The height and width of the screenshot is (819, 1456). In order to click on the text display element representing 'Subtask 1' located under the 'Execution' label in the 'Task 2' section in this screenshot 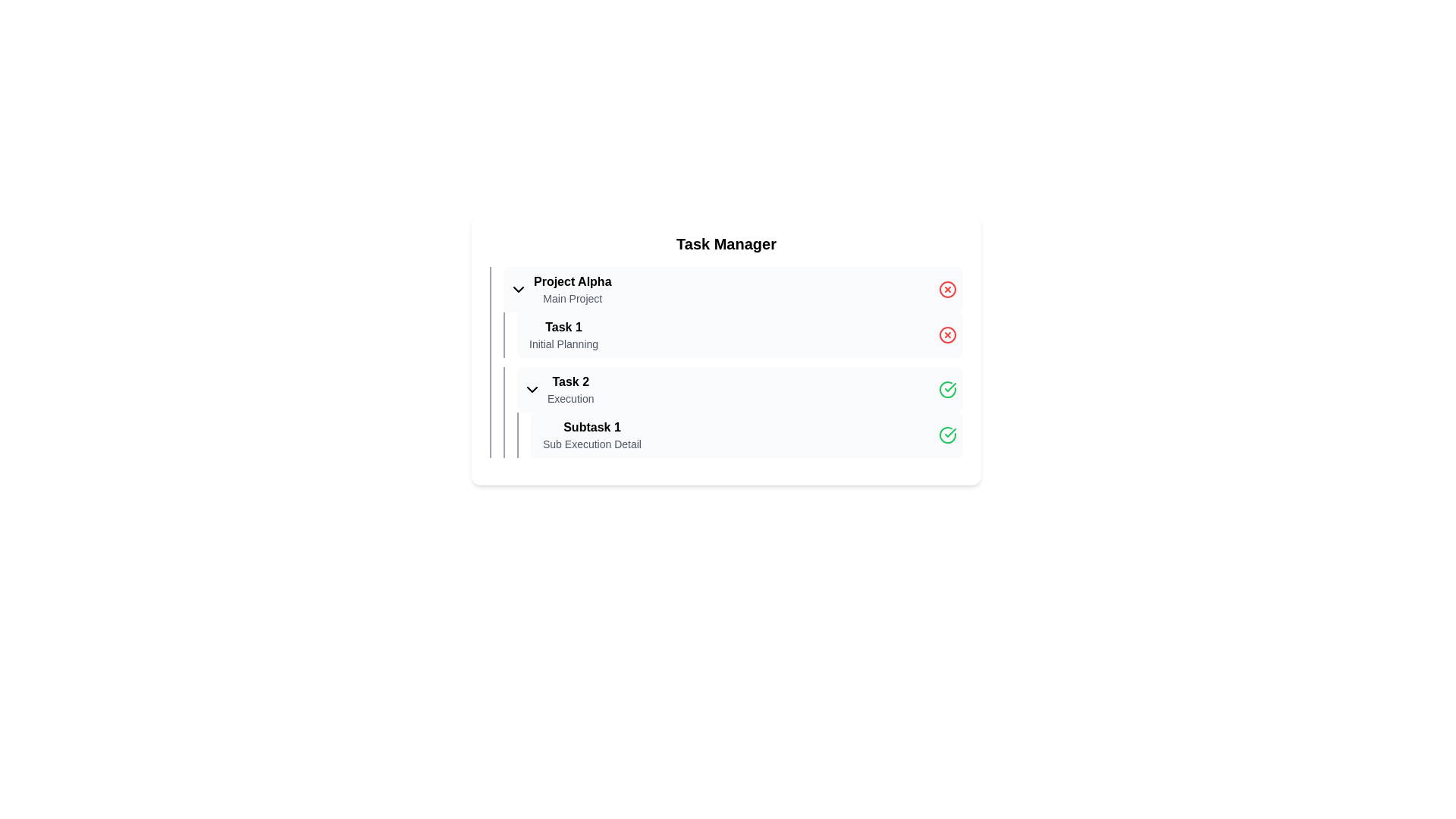, I will do `click(588, 435)`.